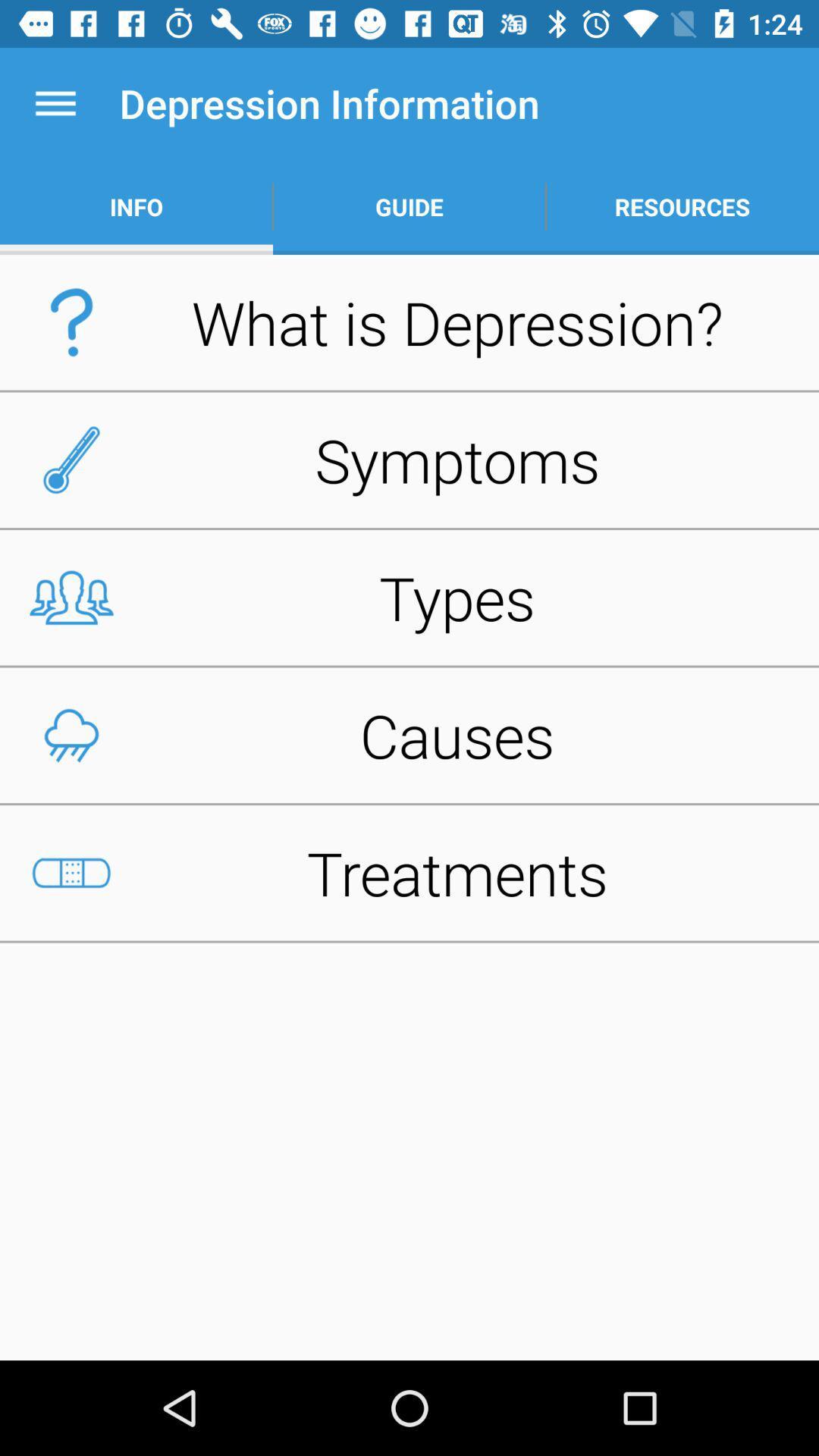 The height and width of the screenshot is (1456, 819). I want to click on app next to the guide, so click(681, 206).